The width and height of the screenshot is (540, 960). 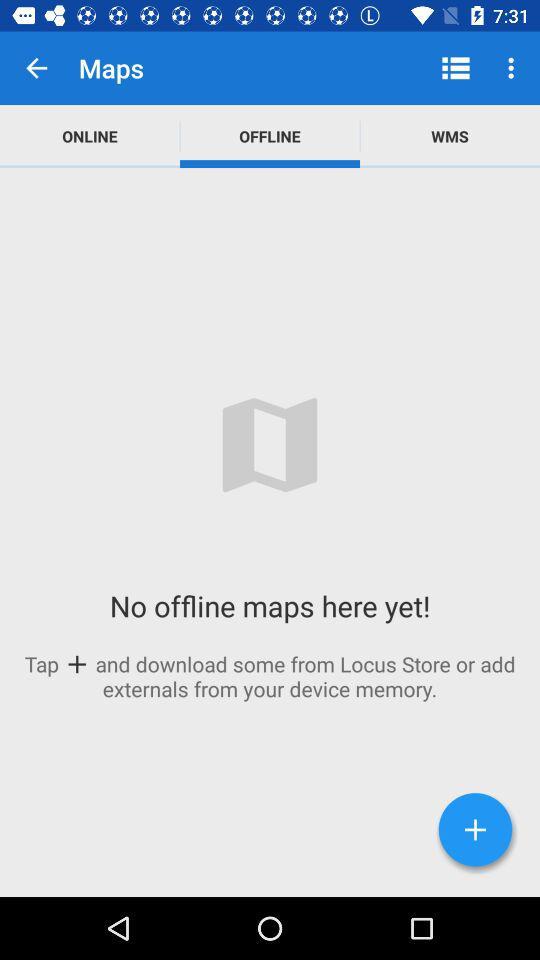 What do you see at coordinates (89, 135) in the screenshot?
I see `icon above the no offline maps item` at bounding box center [89, 135].